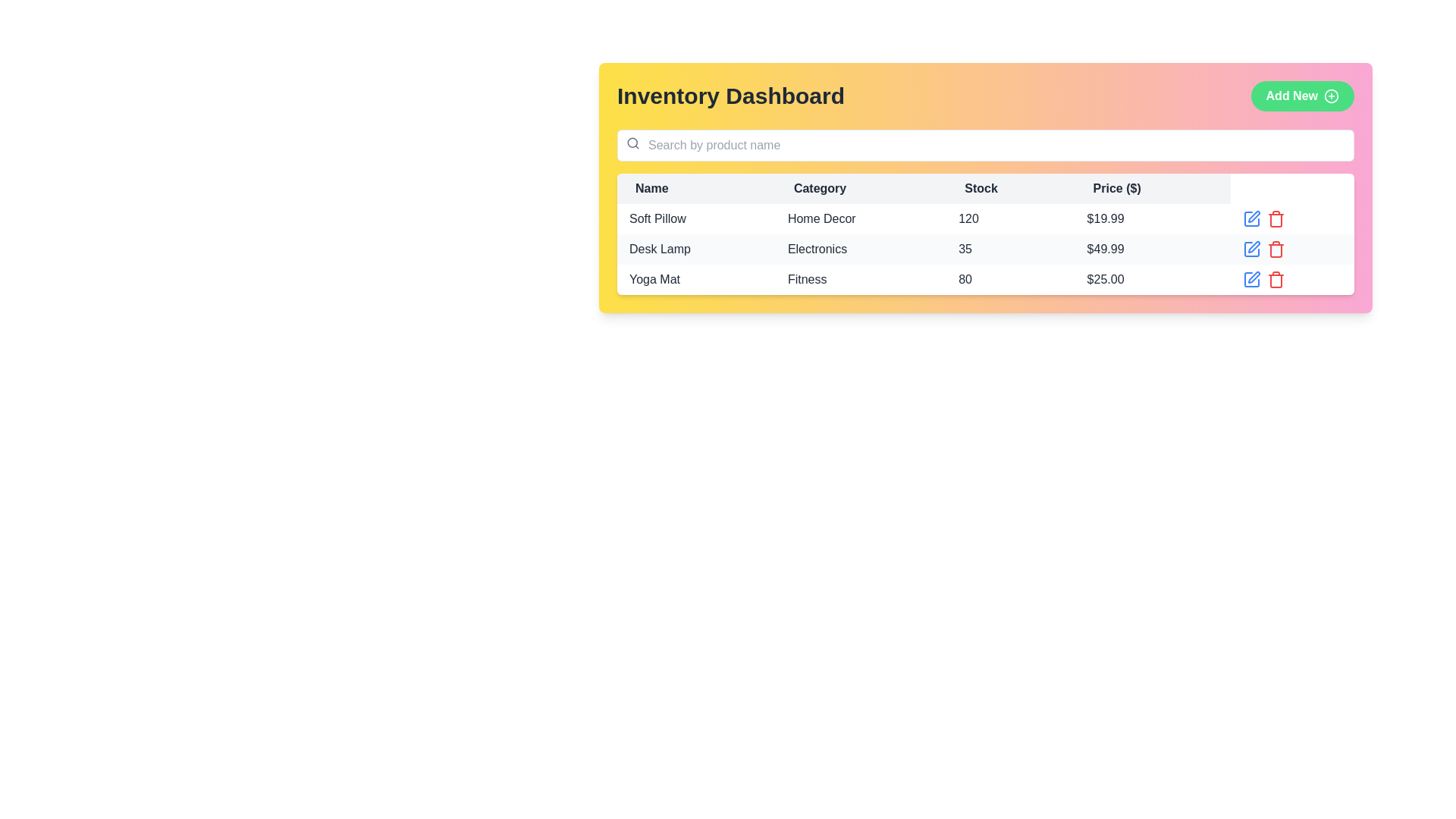 This screenshot has width=1456, height=819. I want to click on the red trash bin icon in the last column of the third row, so click(1276, 280).